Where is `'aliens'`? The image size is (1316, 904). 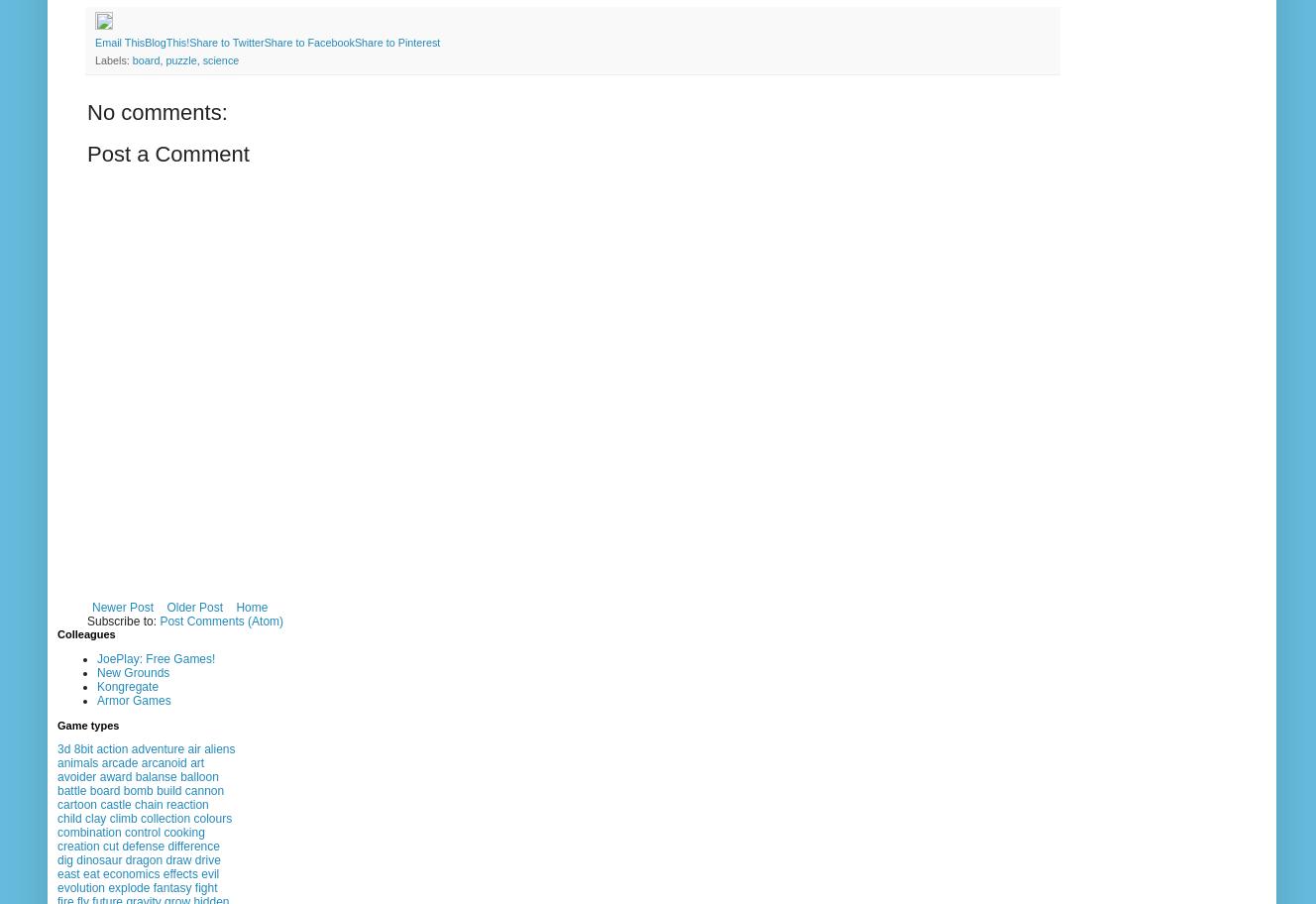
'aliens' is located at coordinates (219, 747).